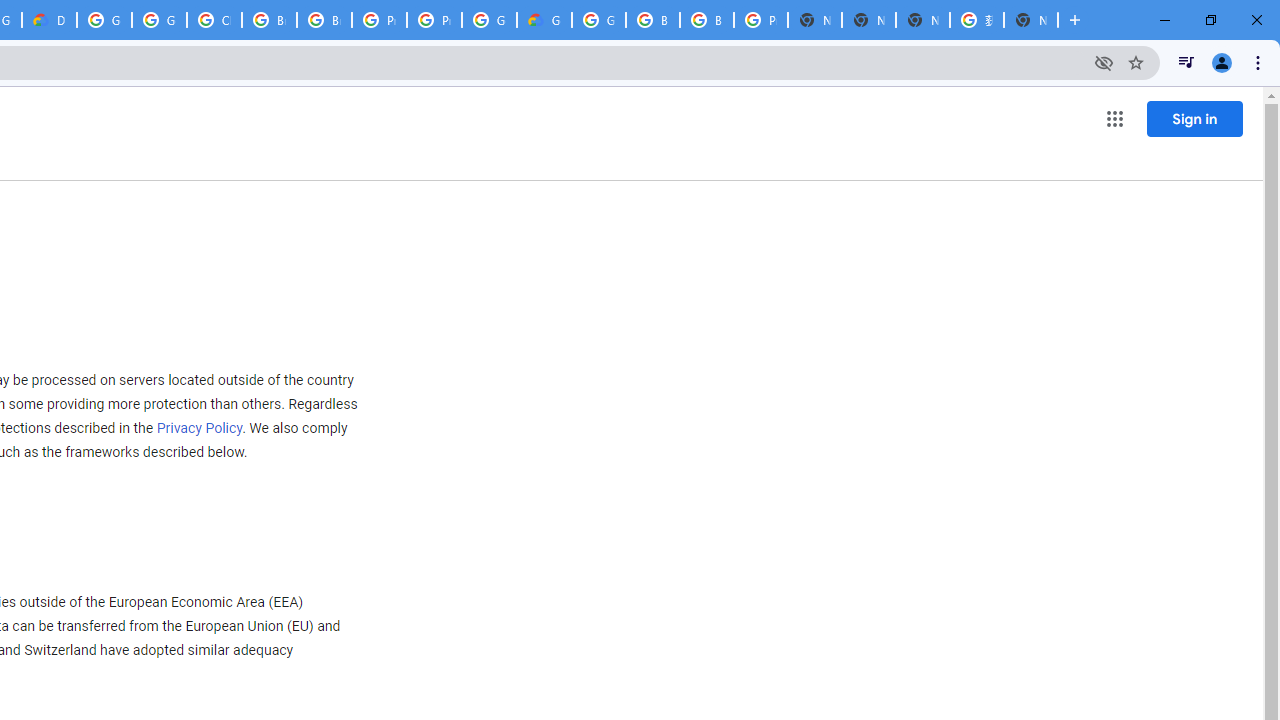 Image resolution: width=1280 pixels, height=720 pixels. Describe the element at coordinates (1031, 20) in the screenshot. I see `'New Tab'` at that location.